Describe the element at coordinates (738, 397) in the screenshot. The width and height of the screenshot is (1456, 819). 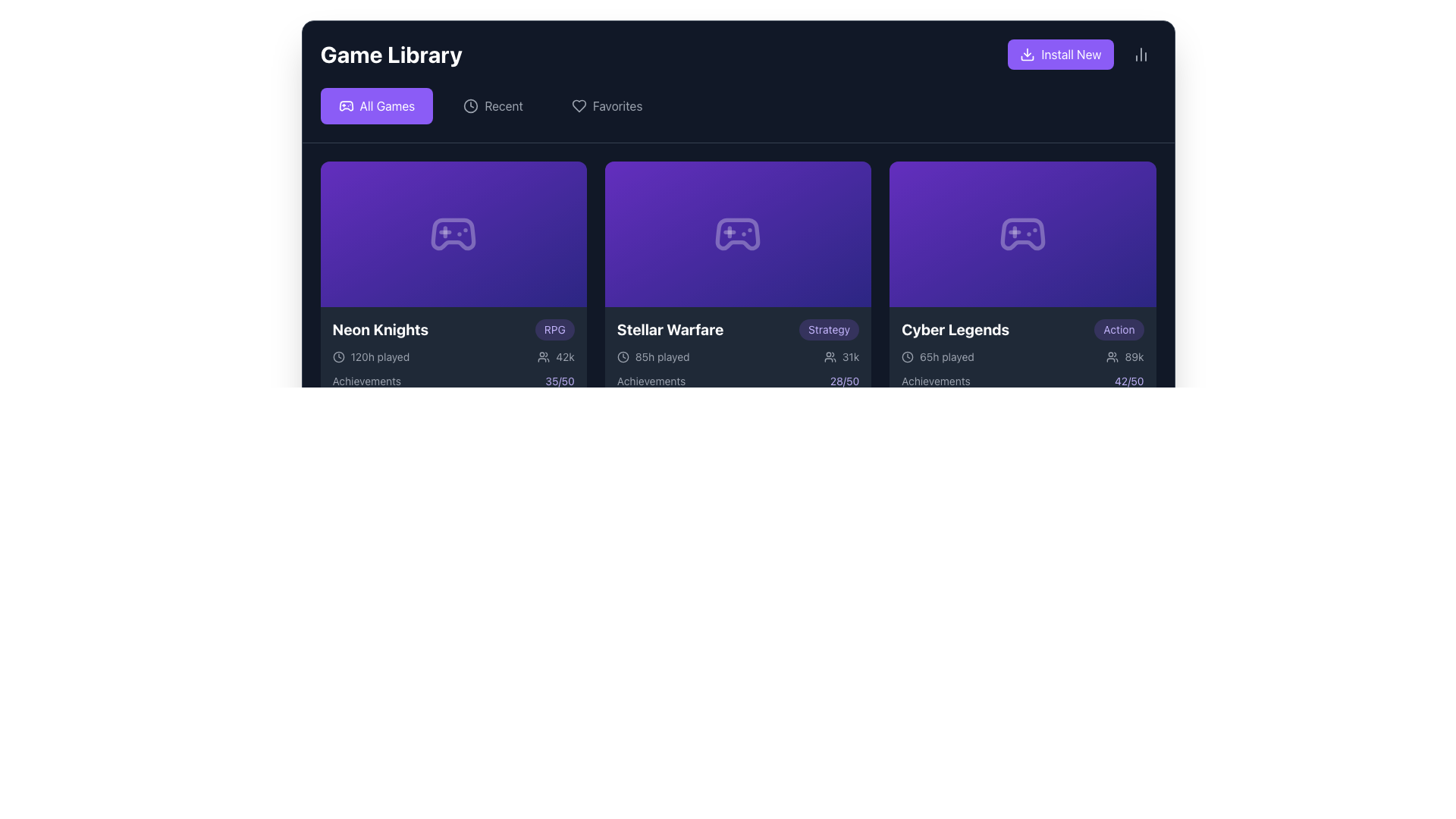
I see `the progress visually on the Progress bar located within the 'Stellar Warfare' game card, below the 'Achievements' text and '28/50' value` at that location.